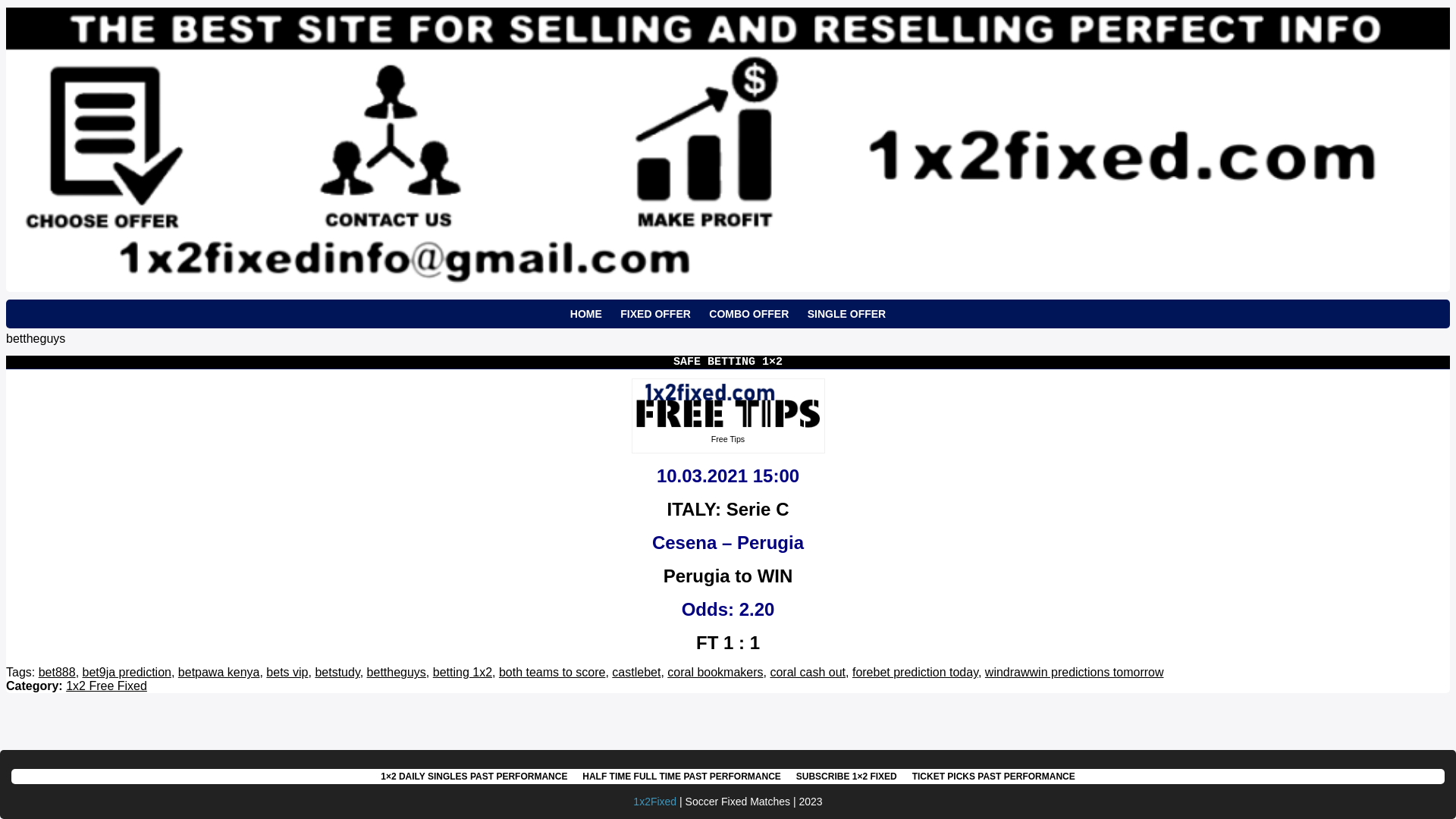  What do you see at coordinates (993, 776) in the screenshot?
I see `'TICKET PICKS PAST PERFORMANCE'` at bounding box center [993, 776].